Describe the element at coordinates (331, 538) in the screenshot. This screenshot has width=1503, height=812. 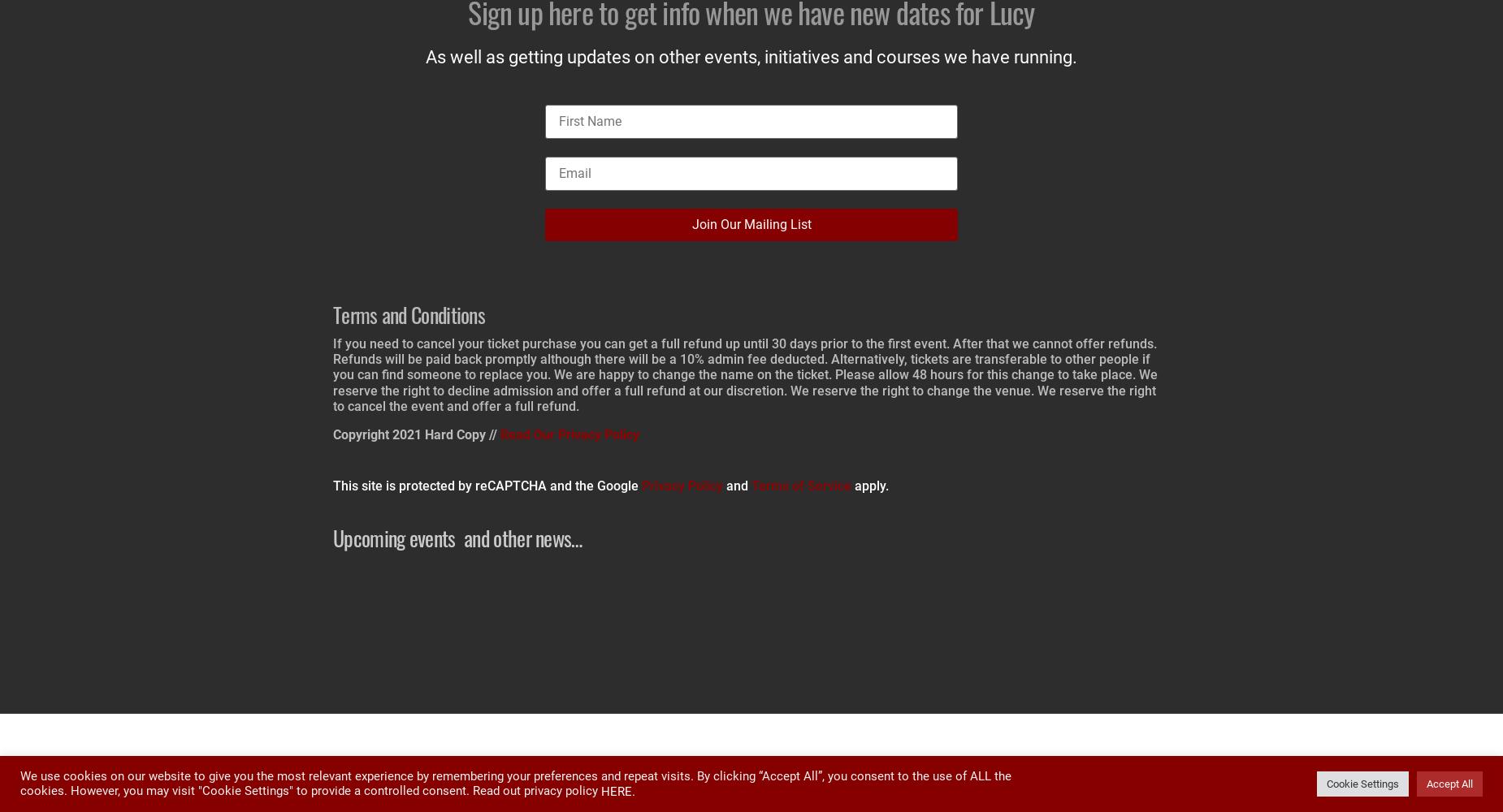
I see `'Upcoming events  and other news…'` at that location.